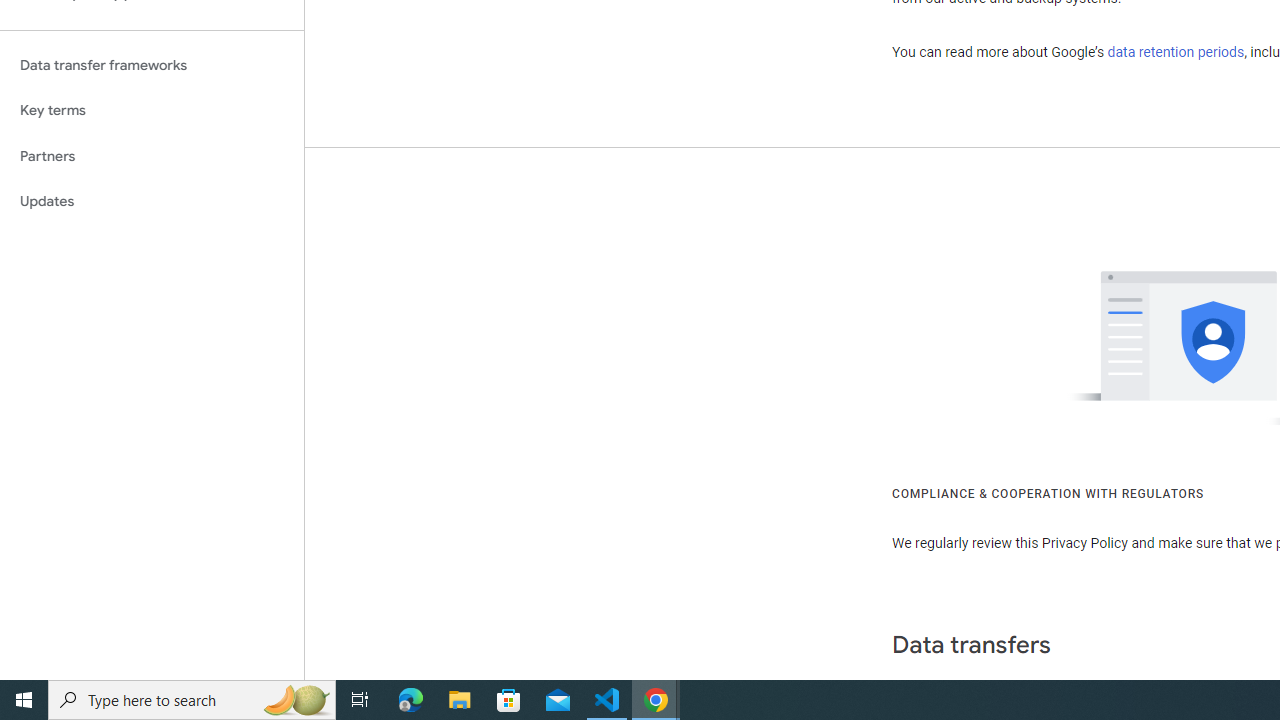 The image size is (1280, 720). Describe the element at coordinates (151, 155) in the screenshot. I see `'Partners'` at that location.